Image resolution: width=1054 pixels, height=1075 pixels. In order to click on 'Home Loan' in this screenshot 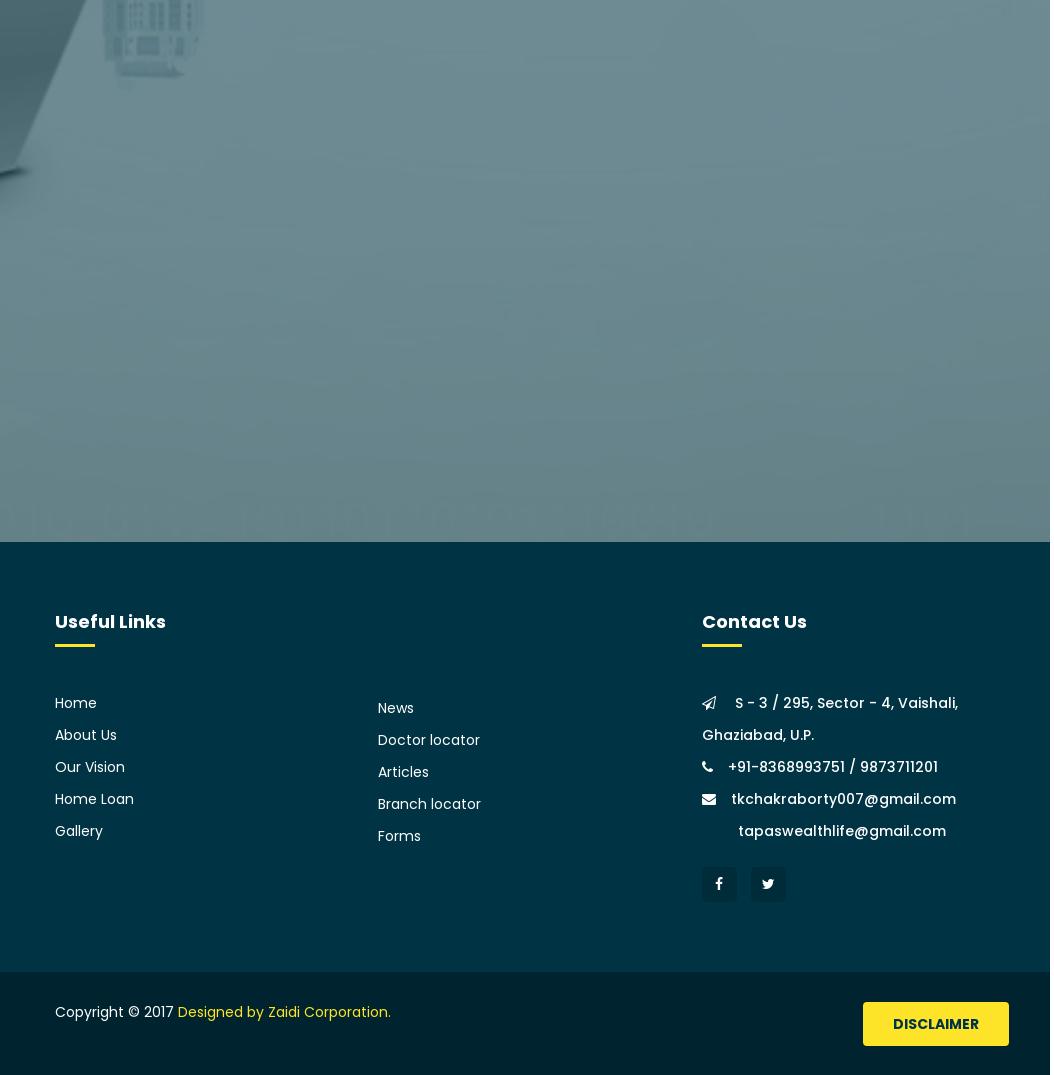, I will do `click(93, 796)`.